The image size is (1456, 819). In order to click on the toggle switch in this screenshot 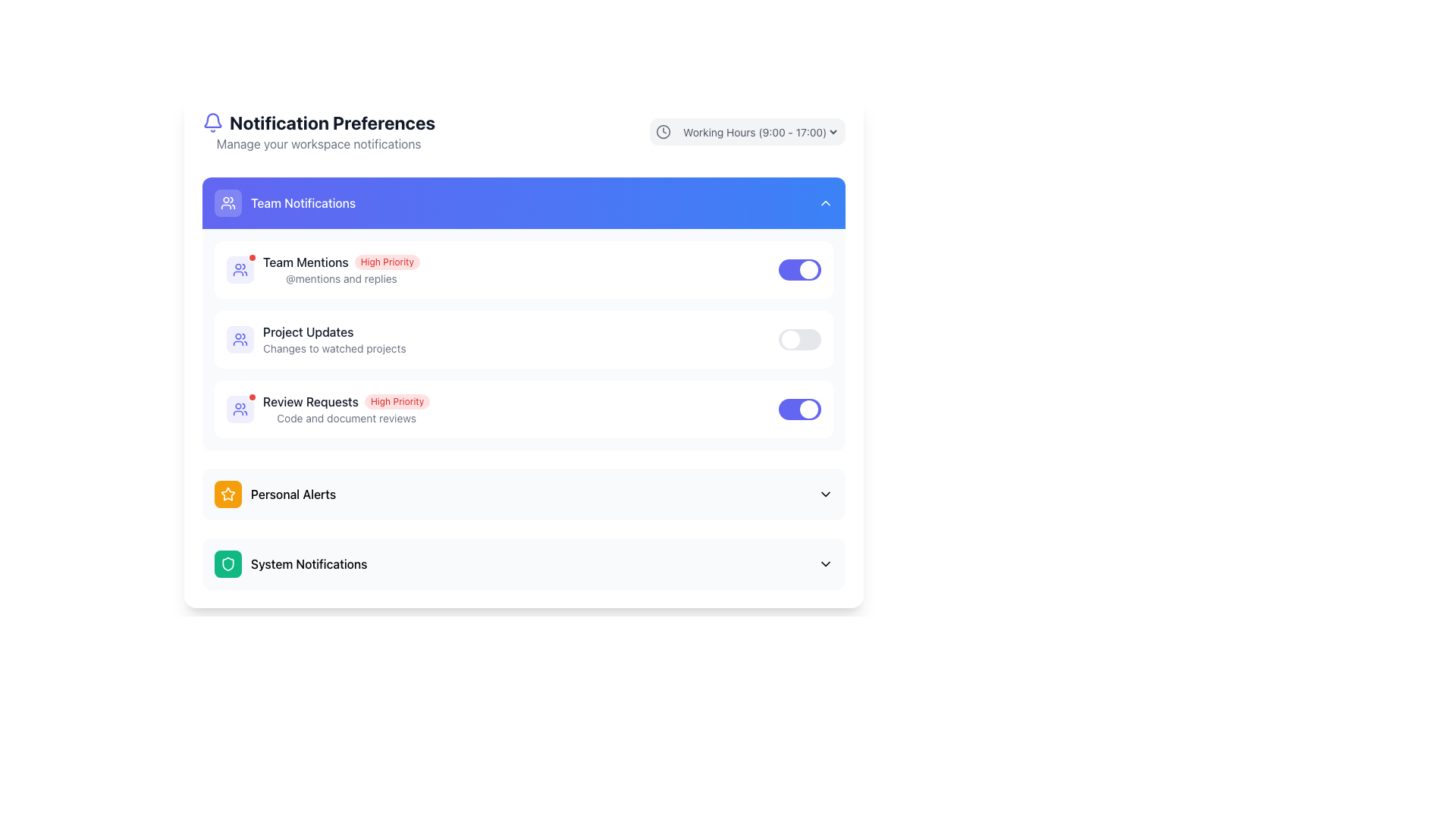, I will do `click(799, 268)`.